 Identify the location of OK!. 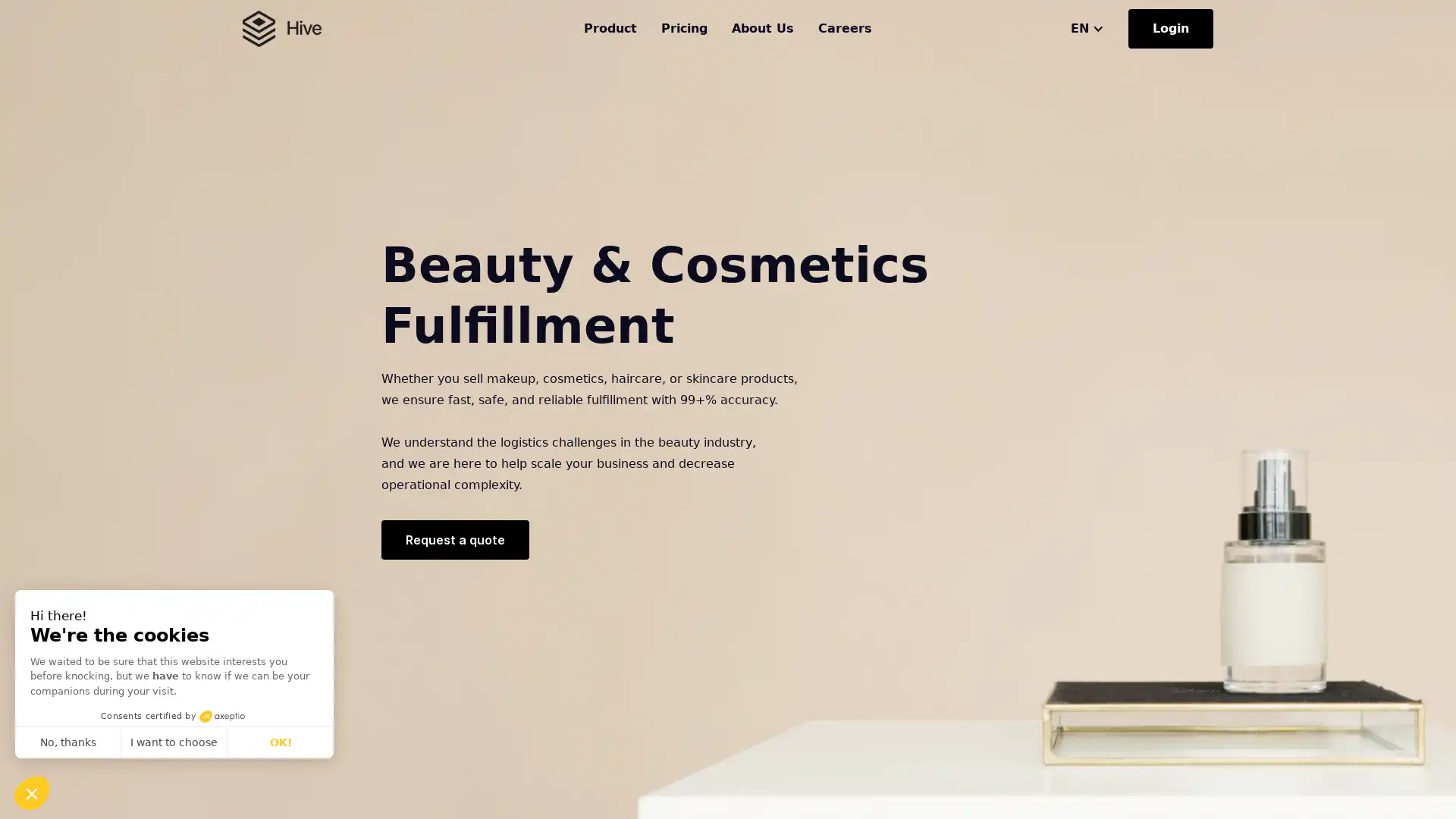
(280, 742).